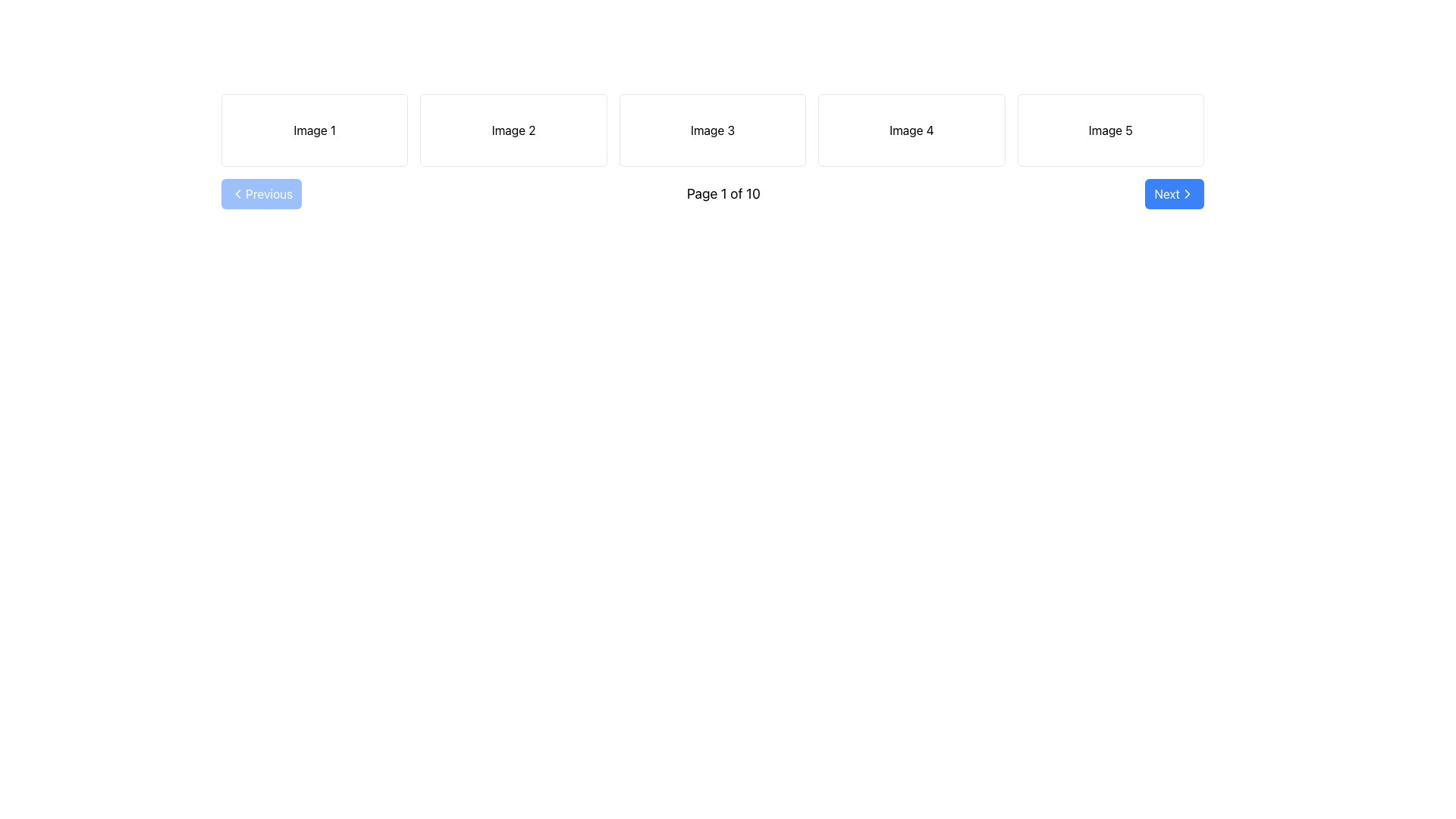  What do you see at coordinates (237, 193) in the screenshot?
I see `the left-pointing chevron icon within the 'Previous' button located at the bottom-left area of the interface` at bounding box center [237, 193].